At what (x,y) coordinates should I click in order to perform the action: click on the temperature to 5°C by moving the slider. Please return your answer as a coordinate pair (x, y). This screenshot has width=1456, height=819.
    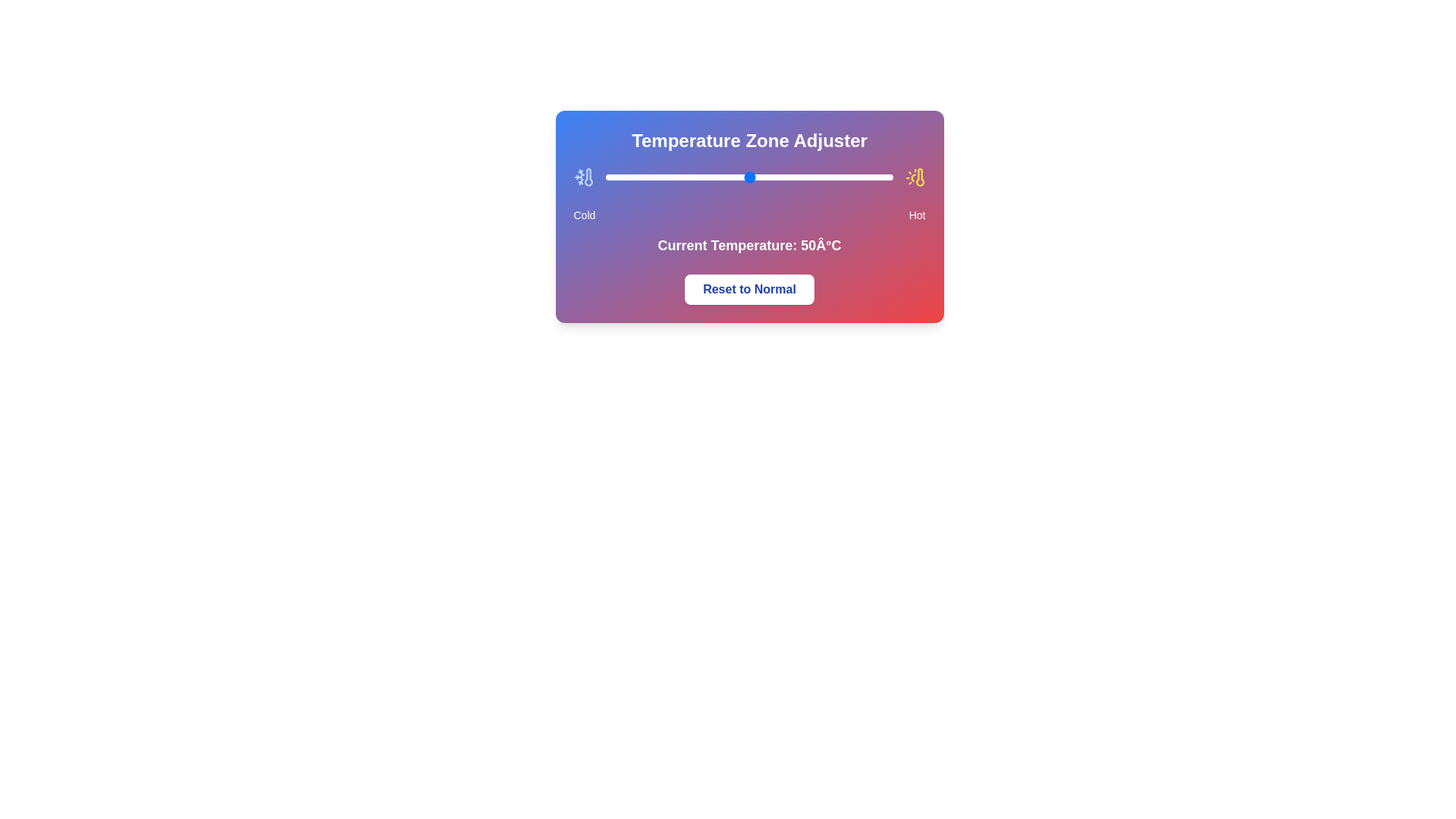
    Looking at the image, I should click on (620, 177).